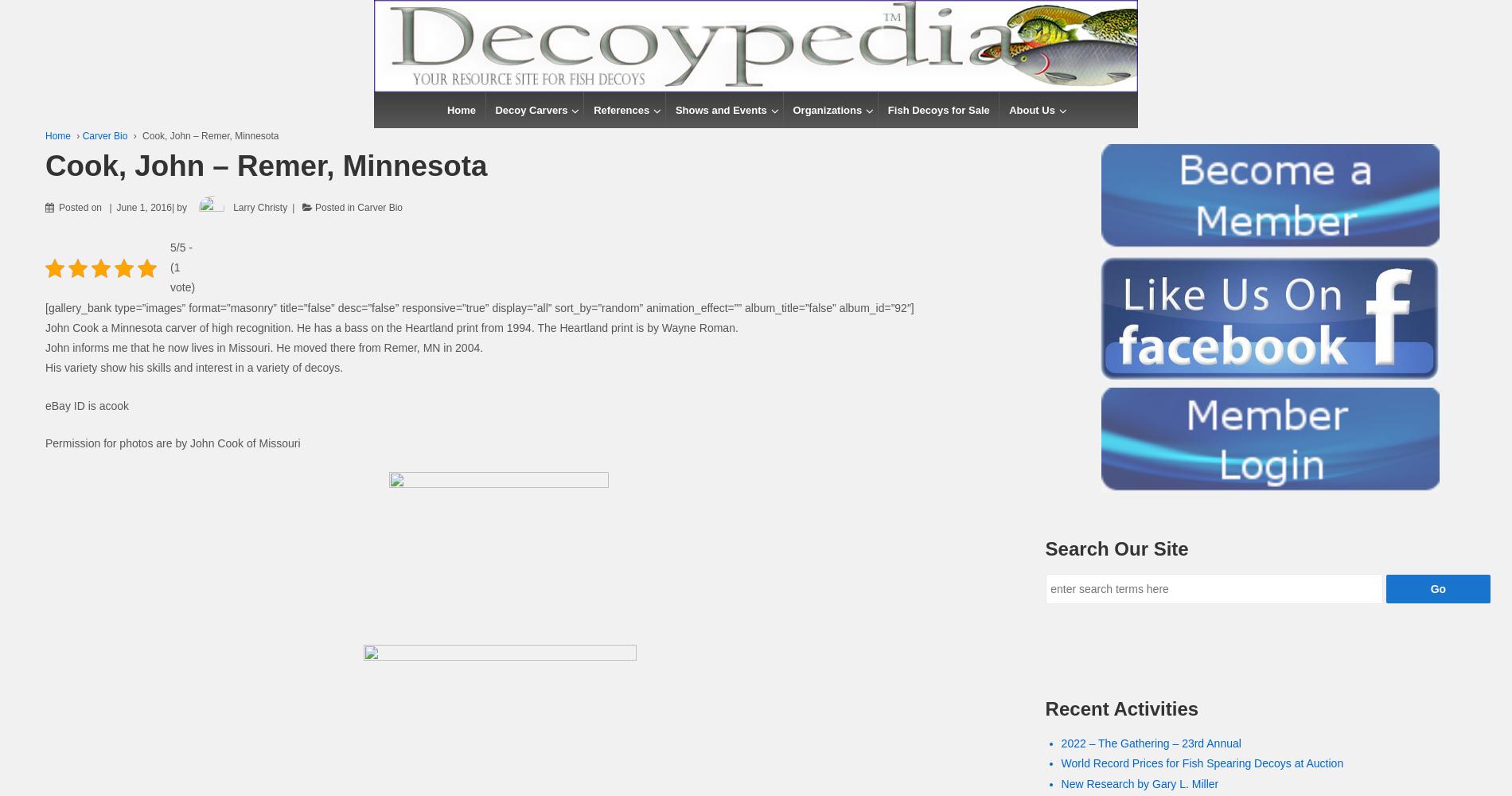  What do you see at coordinates (621, 110) in the screenshot?
I see `'References'` at bounding box center [621, 110].